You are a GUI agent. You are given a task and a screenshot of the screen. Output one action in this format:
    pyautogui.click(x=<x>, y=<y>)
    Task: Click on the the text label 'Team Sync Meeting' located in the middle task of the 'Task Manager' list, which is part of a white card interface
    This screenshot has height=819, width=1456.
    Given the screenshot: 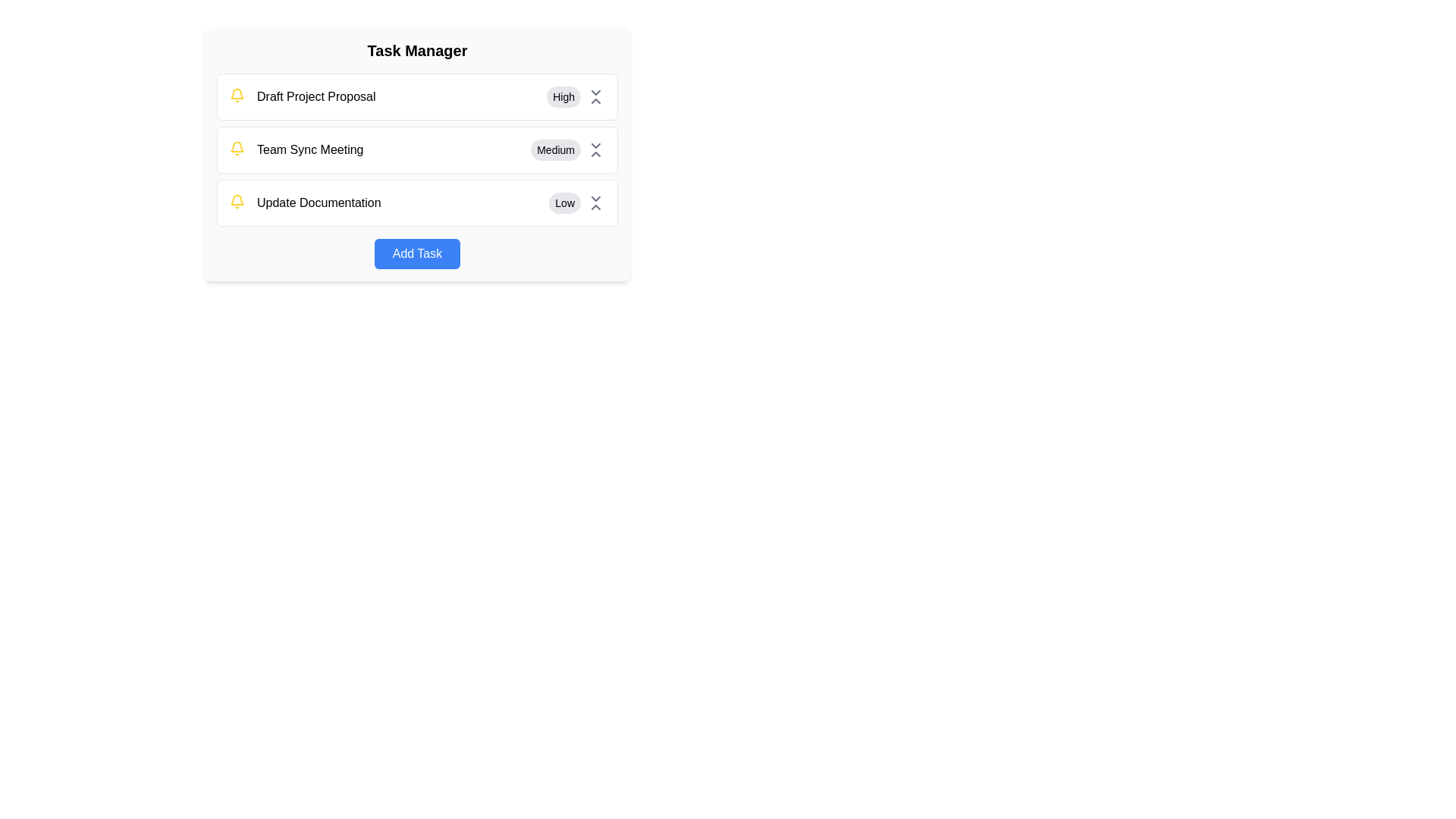 What is the action you would take?
    pyautogui.click(x=309, y=149)
    